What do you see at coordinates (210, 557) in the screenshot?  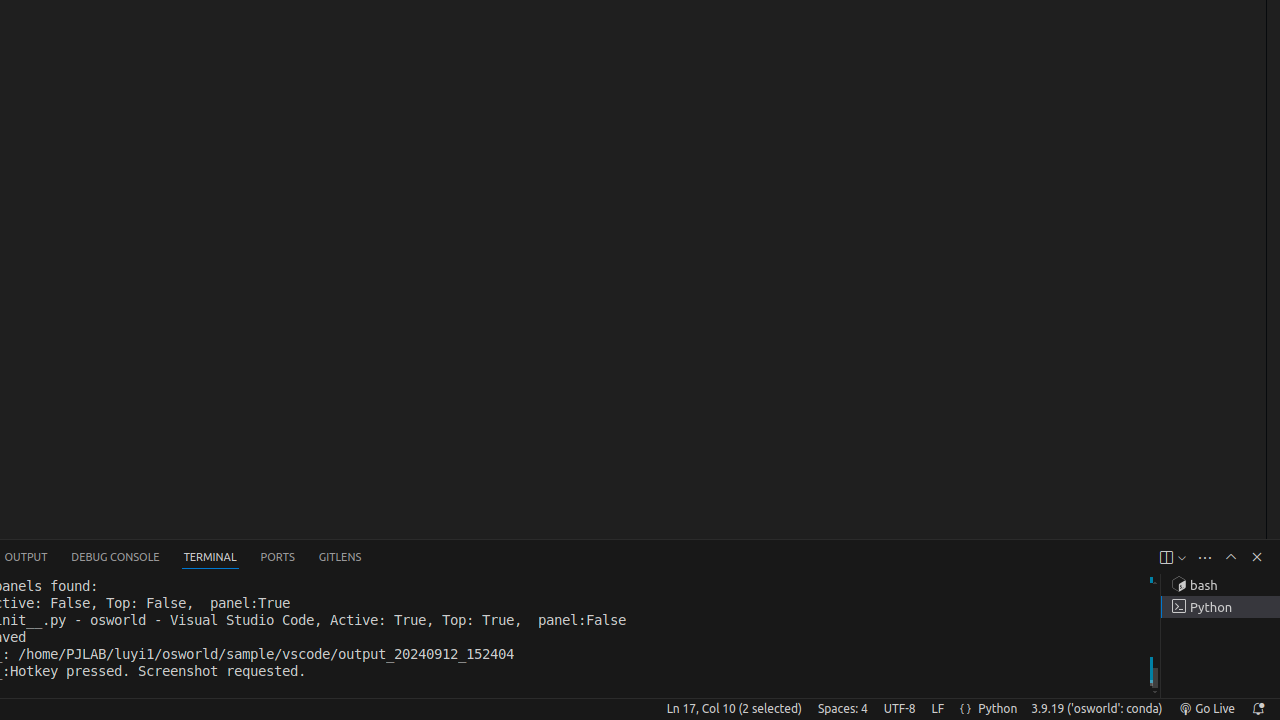 I see `'Terminal (Ctrl+`)'` at bounding box center [210, 557].